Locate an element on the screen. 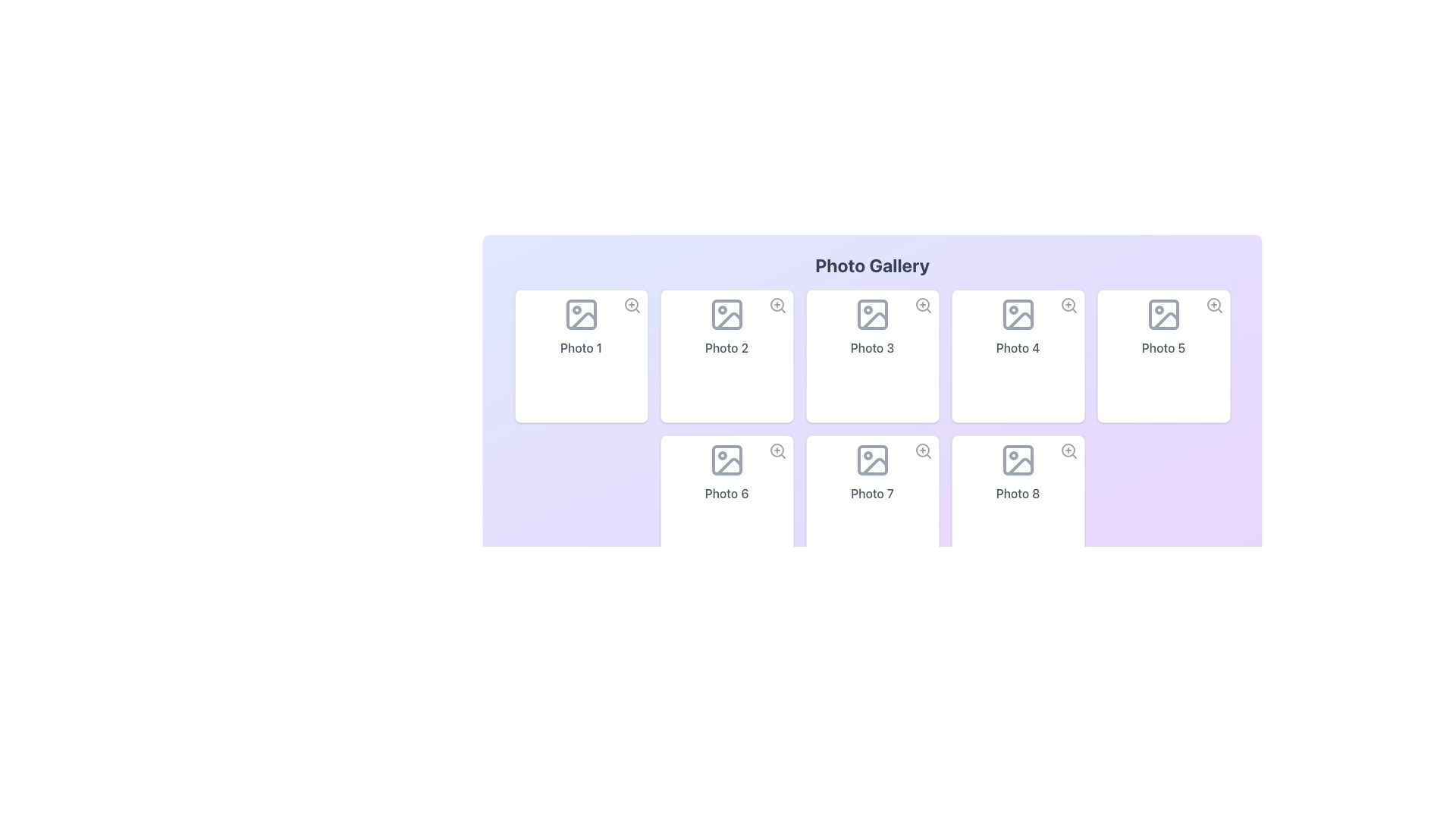 The height and width of the screenshot is (819, 1456). the zoom-in icon resembling a magnifying glass with a plus sign inside, located in the top-right corner of the 'Photo 8' card in the photo gallery layout is located at coordinates (1068, 450).